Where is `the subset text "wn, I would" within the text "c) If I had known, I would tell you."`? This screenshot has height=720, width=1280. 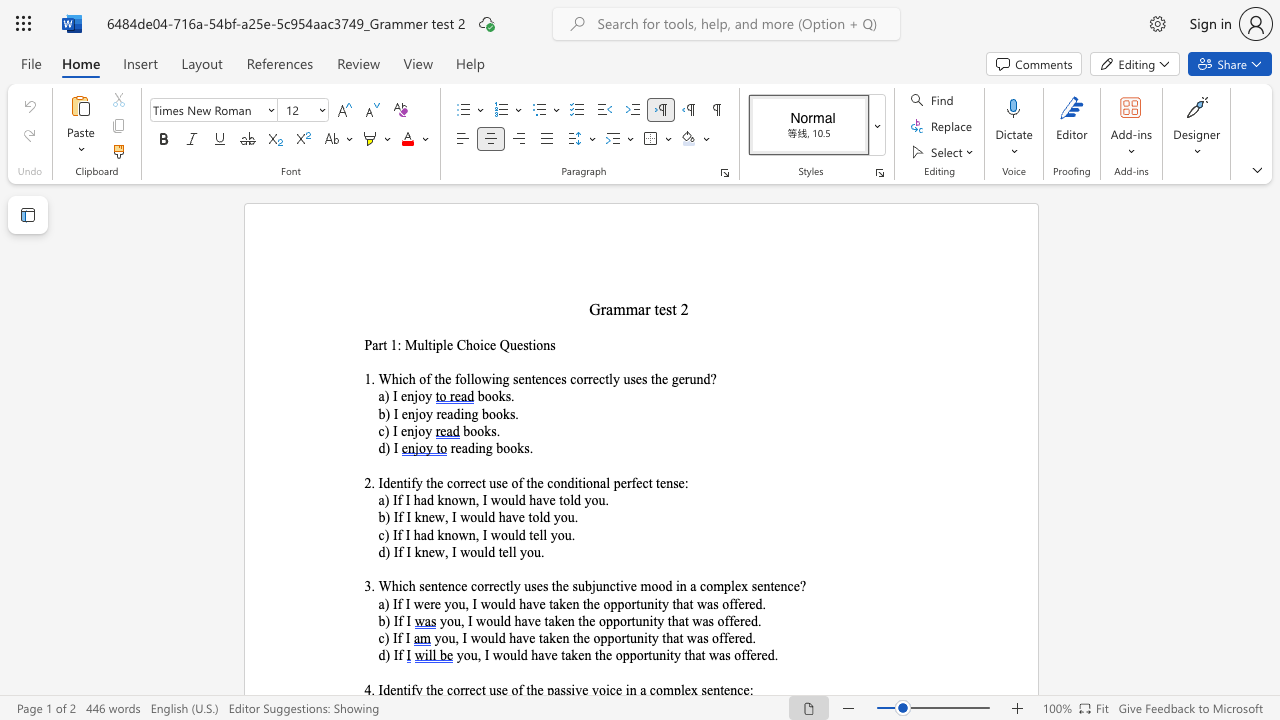
the subset text "wn, I would" within the text "c) If I had known, I would tell you." is located at coordinates (457, 534).